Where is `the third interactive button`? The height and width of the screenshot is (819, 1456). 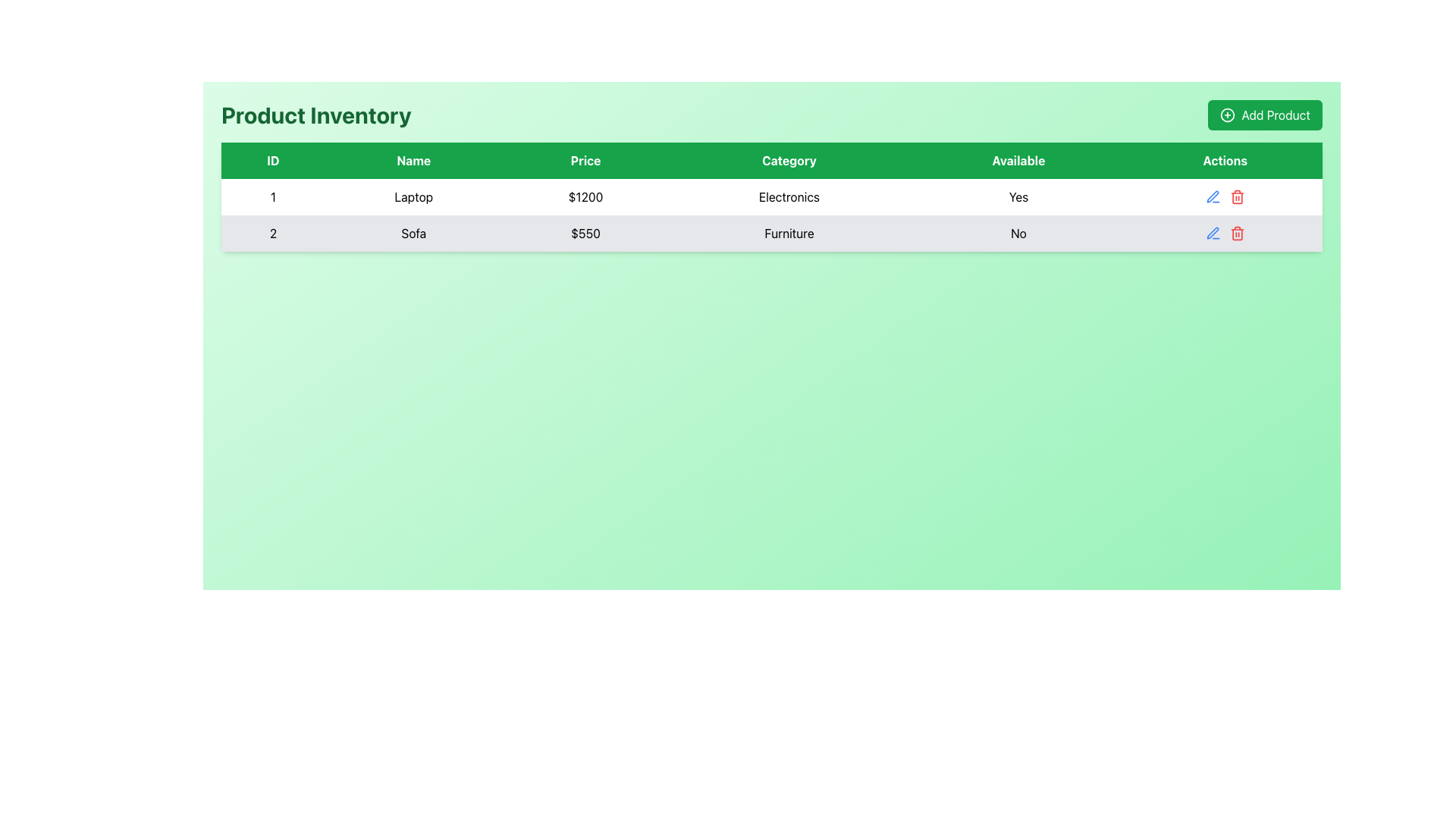 the third interactive button is located at coordinates (1237, 196).